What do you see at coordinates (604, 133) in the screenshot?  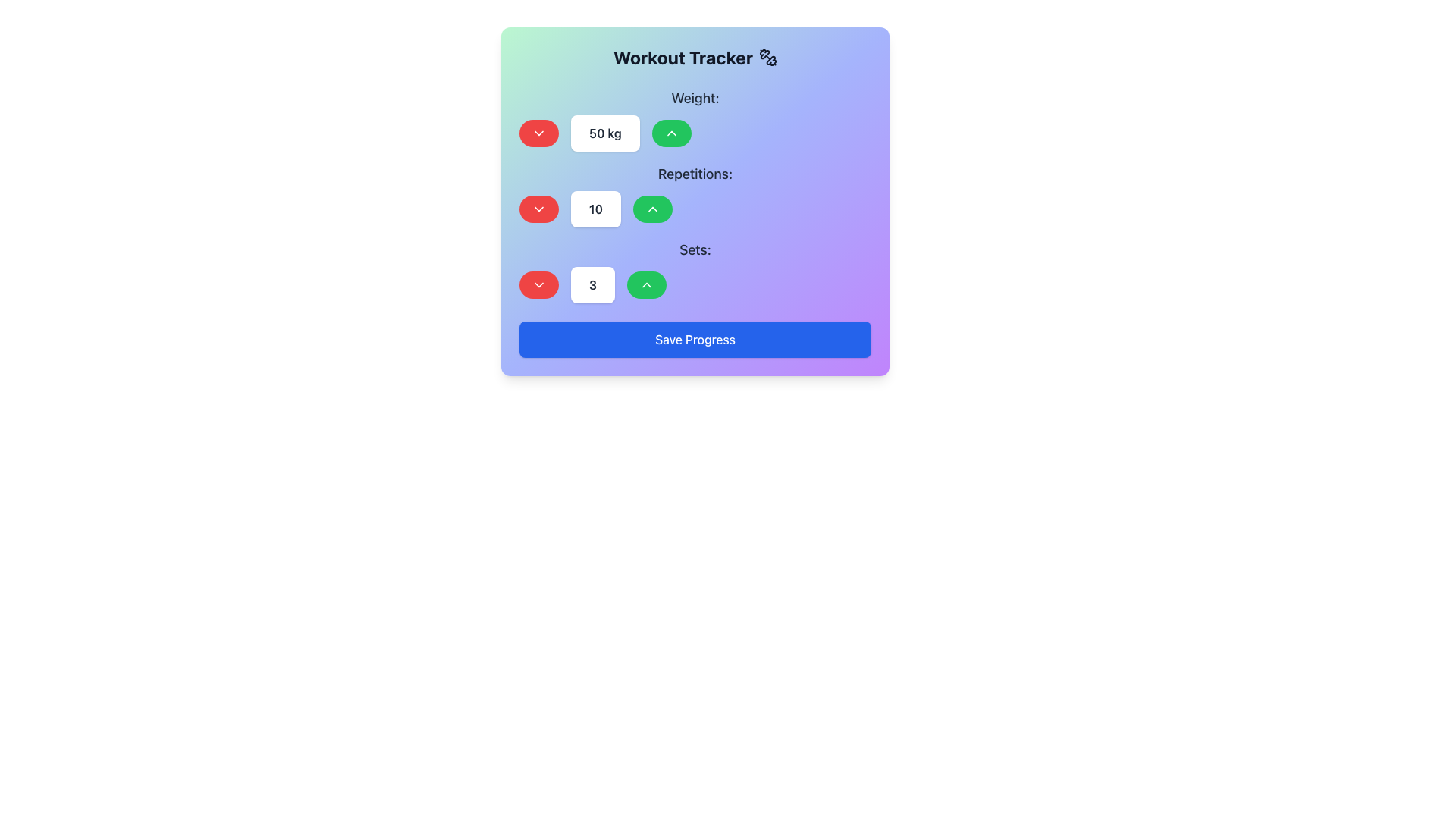 I see `the static informational text box displaying '50 kg', prominently placed in the 'Weight:' section between the left and right arrow buttons` at bounding box center [604, 133].